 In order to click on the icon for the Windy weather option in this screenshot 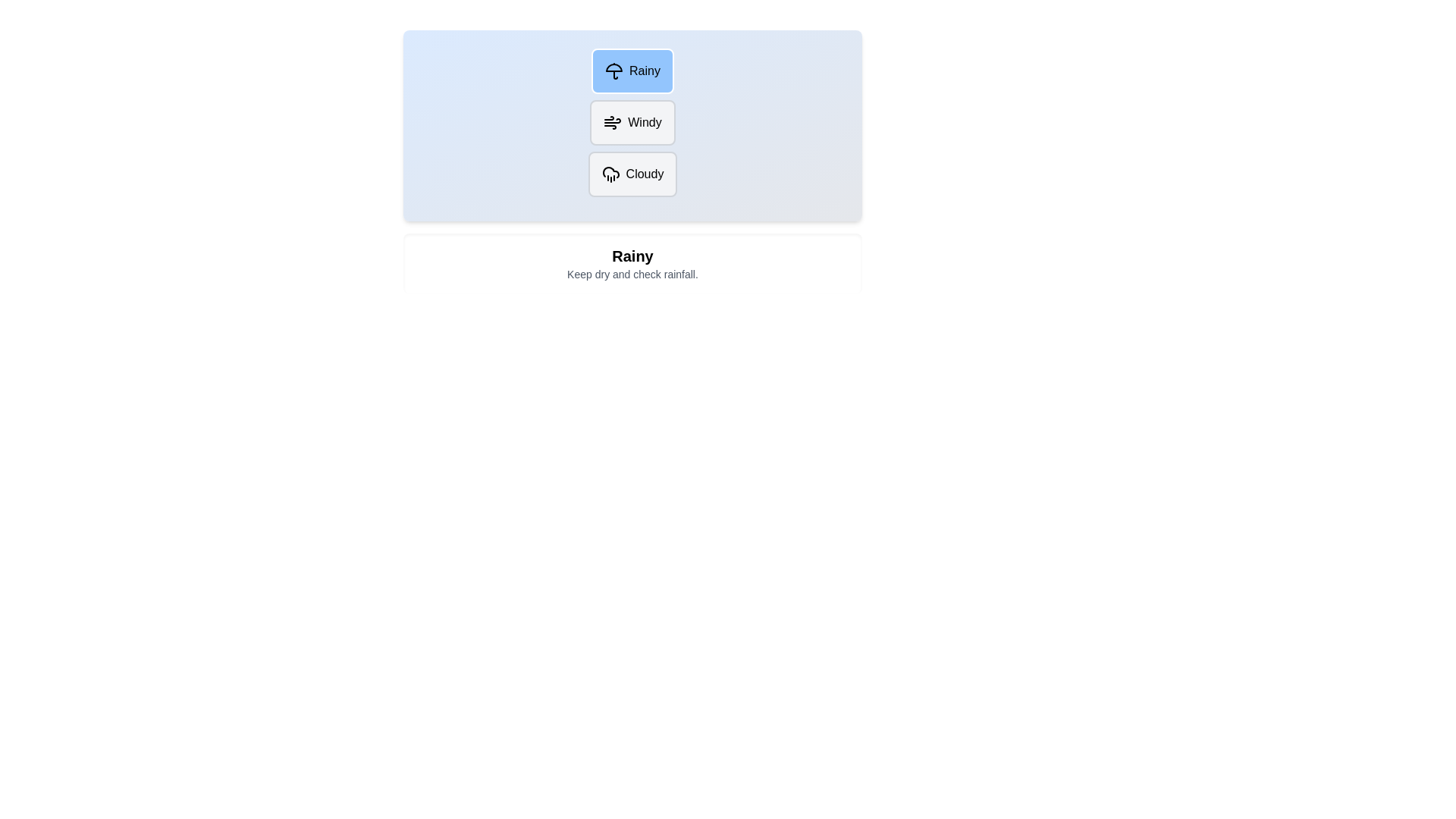, I will do `click(613, 122)`.